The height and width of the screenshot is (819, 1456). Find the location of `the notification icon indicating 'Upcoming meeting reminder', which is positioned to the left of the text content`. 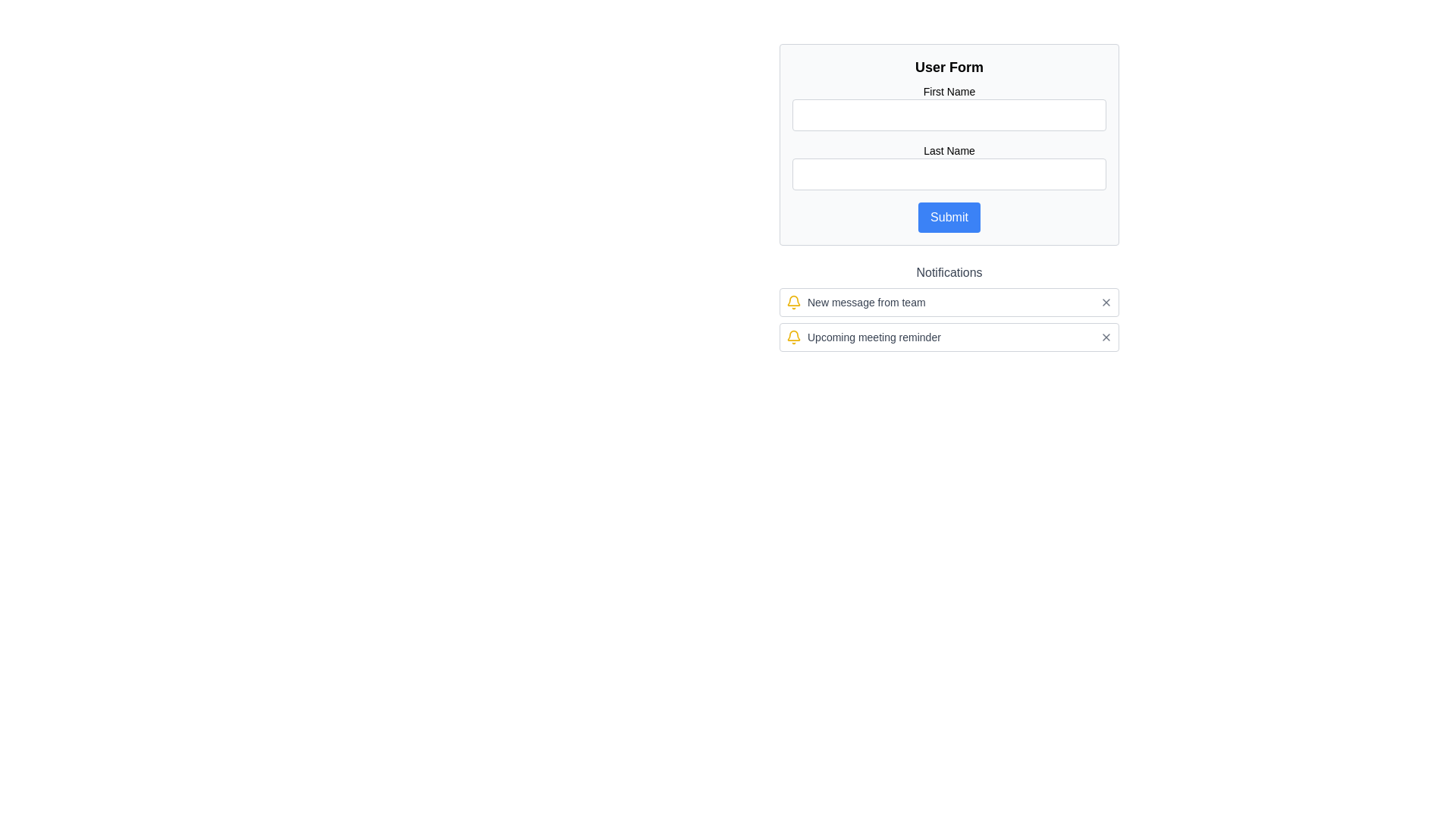

the notification icon indicating 'Upcoming meeting reminder', which is positioned to the left of the text content is located at coordinates (792, 336).